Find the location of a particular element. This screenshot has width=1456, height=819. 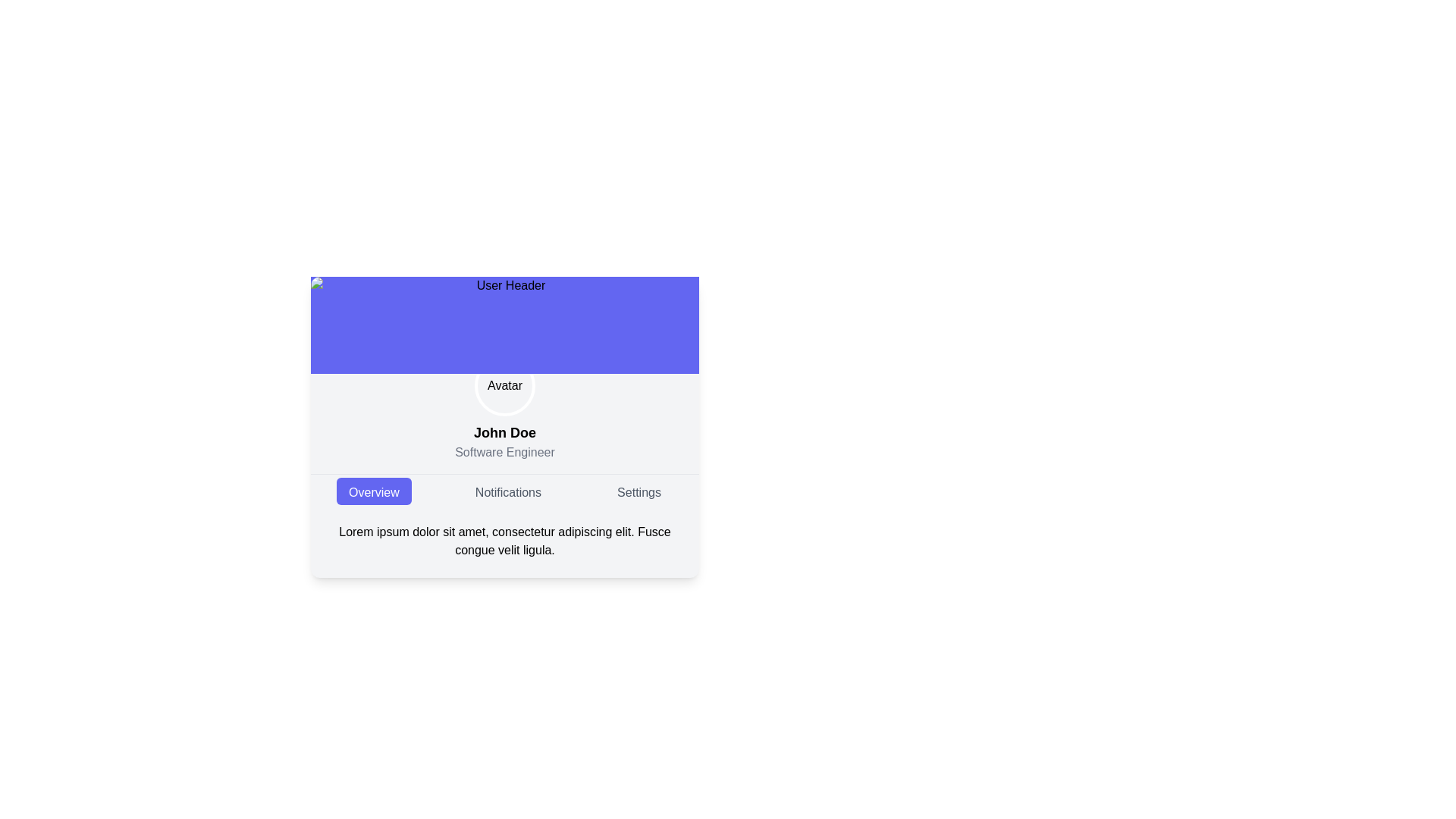

the Profile section which displays the user's avatar, name, and job title to interact with its sub-elements is located at coordinates (505, 427).